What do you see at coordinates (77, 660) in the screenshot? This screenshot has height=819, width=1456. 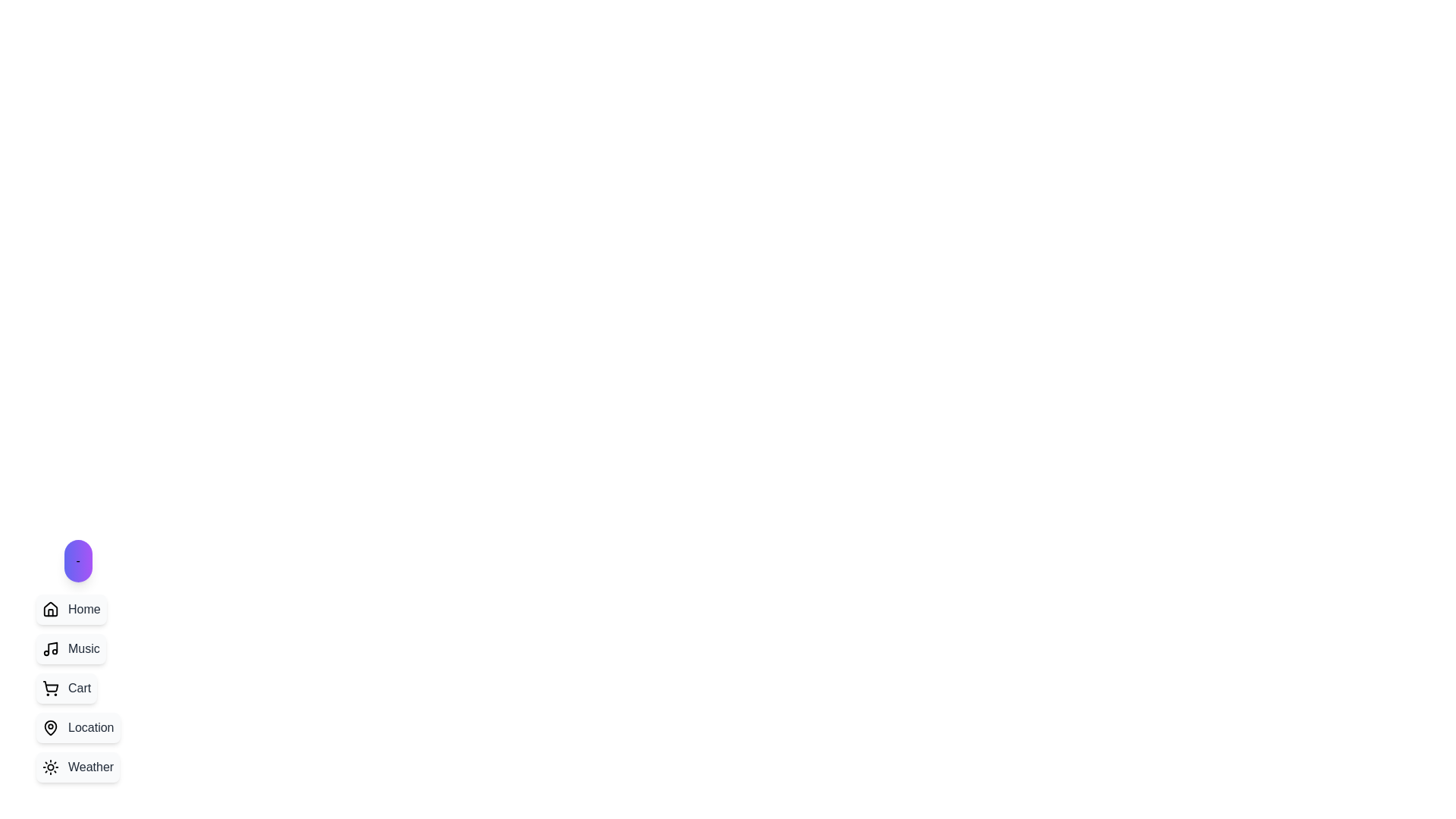 I see `the 'Music' button, which is styled with a light background, rounded edges, and includes a music note icon, located in a vertical navigation list below the 'Home' button and above the 'Cart' button` at bounding box center [77, 660].